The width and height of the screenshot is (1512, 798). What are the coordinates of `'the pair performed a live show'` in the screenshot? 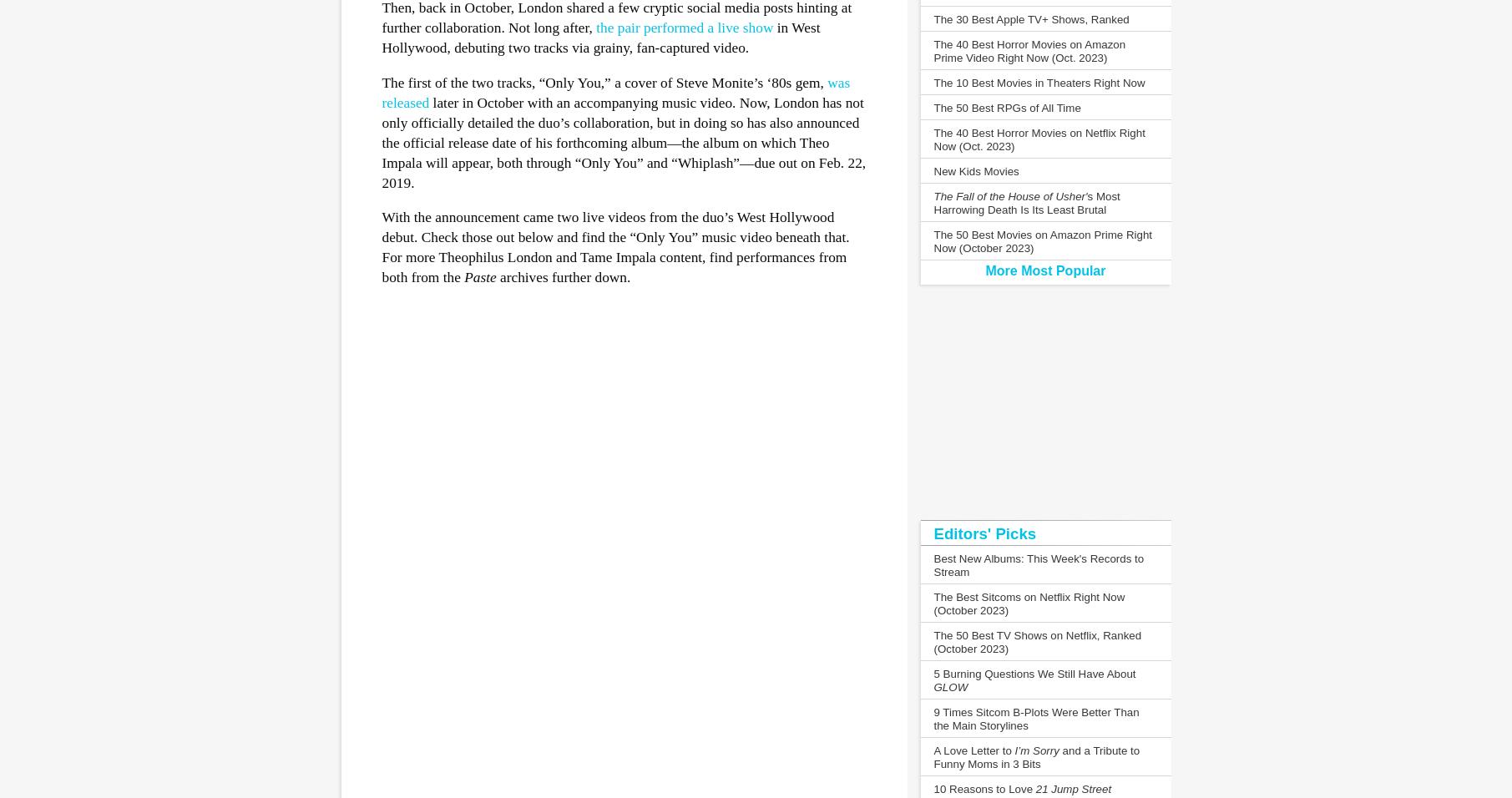 It's located at (685, 27).